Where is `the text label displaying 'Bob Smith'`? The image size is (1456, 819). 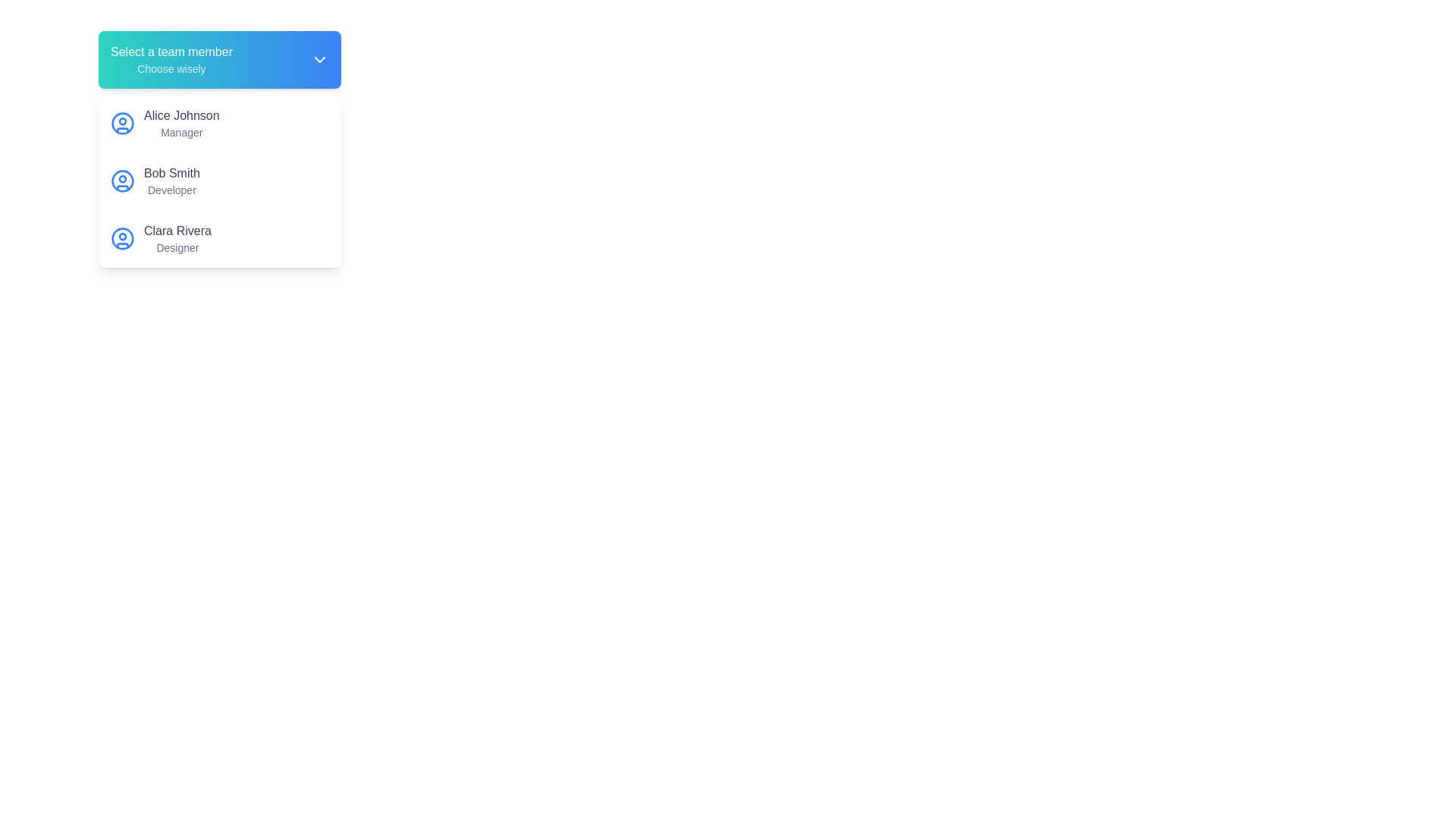 the text label displaying 'Bob Smith' is located at coordinates (171, 180).